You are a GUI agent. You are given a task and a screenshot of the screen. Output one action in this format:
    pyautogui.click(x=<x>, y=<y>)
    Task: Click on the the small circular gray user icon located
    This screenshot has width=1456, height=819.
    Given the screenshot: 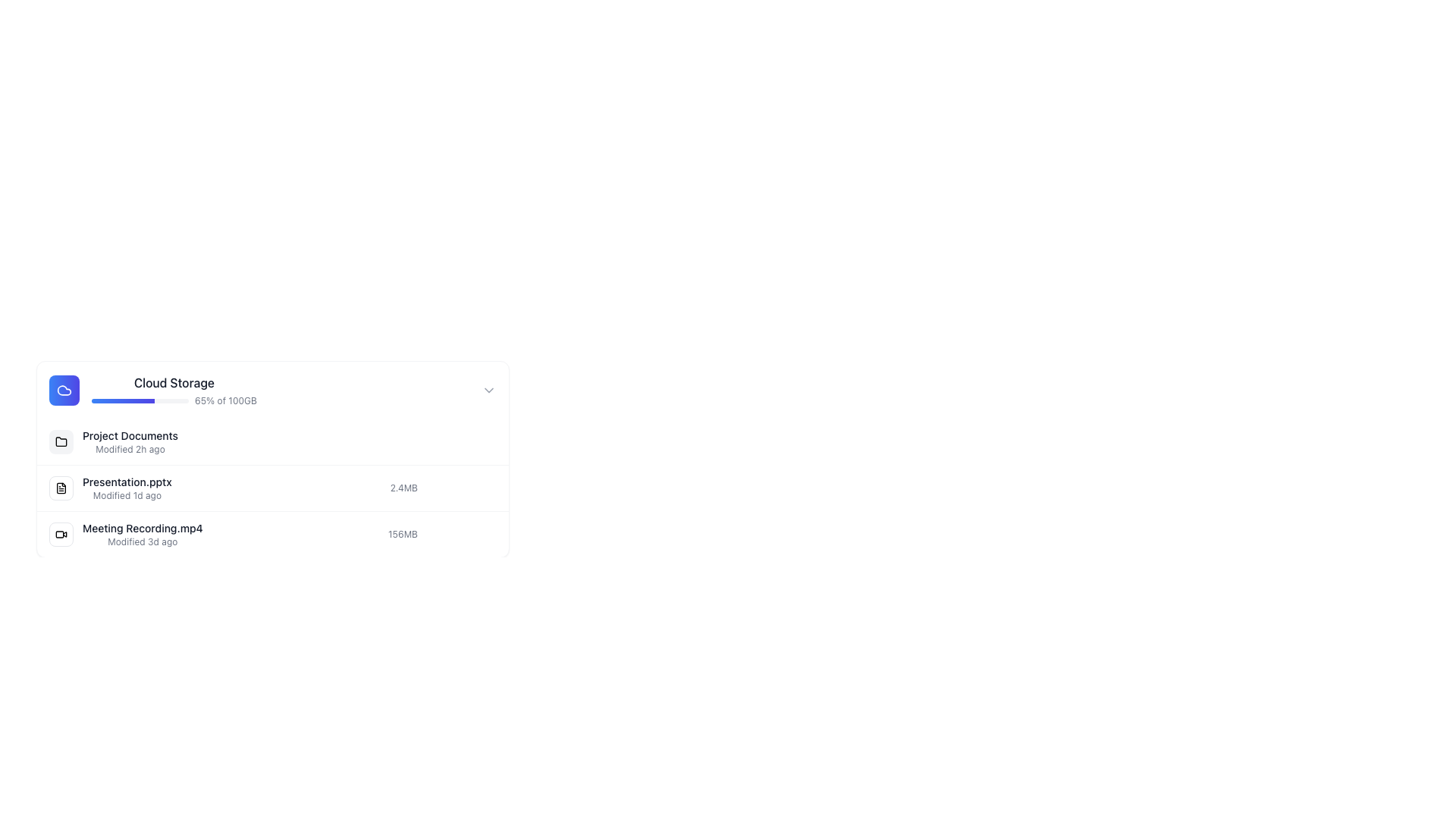 What is the action you would take?
    pyautogui.click(x=438, y=534)
    